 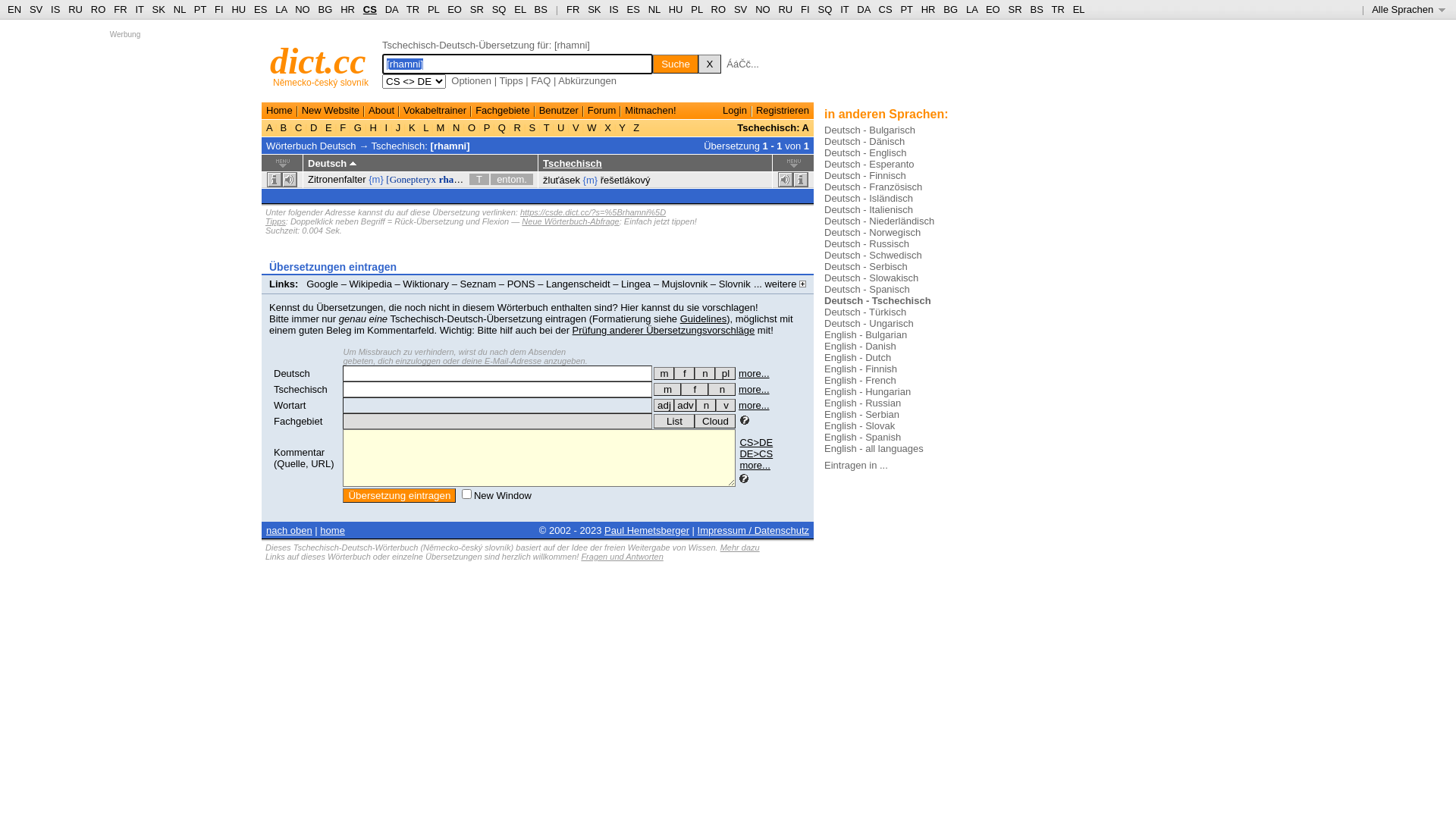 What do you see at coordinates (284, 127) in the screenshot?
I see `'B'` at bounding box center [284, 127].